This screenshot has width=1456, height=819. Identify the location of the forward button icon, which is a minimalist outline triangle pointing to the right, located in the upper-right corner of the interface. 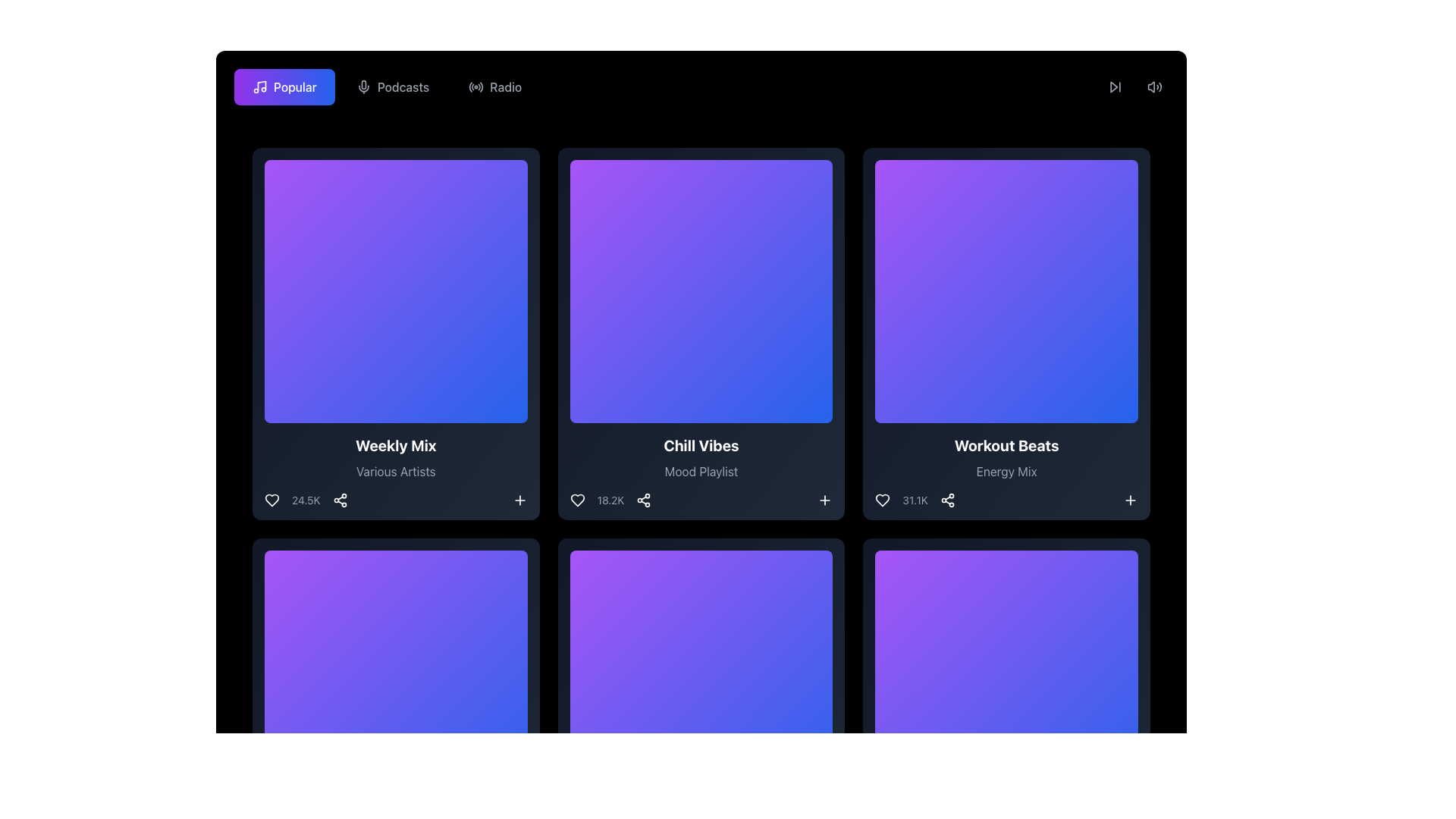
(1115, 87).